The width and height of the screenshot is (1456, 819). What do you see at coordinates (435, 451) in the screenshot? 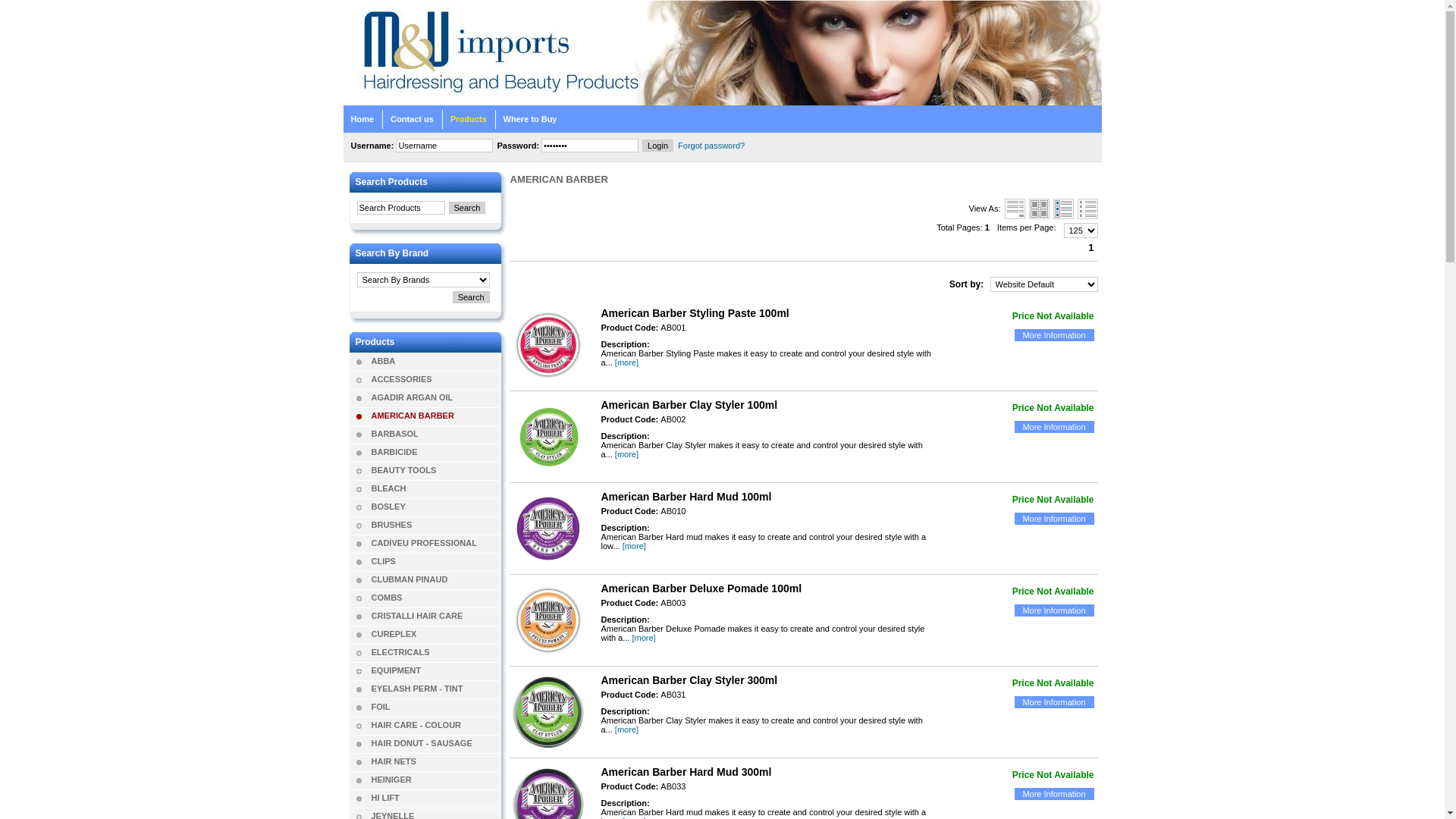
I see `'BARBICIDE'` at bounding box center [435, 451].